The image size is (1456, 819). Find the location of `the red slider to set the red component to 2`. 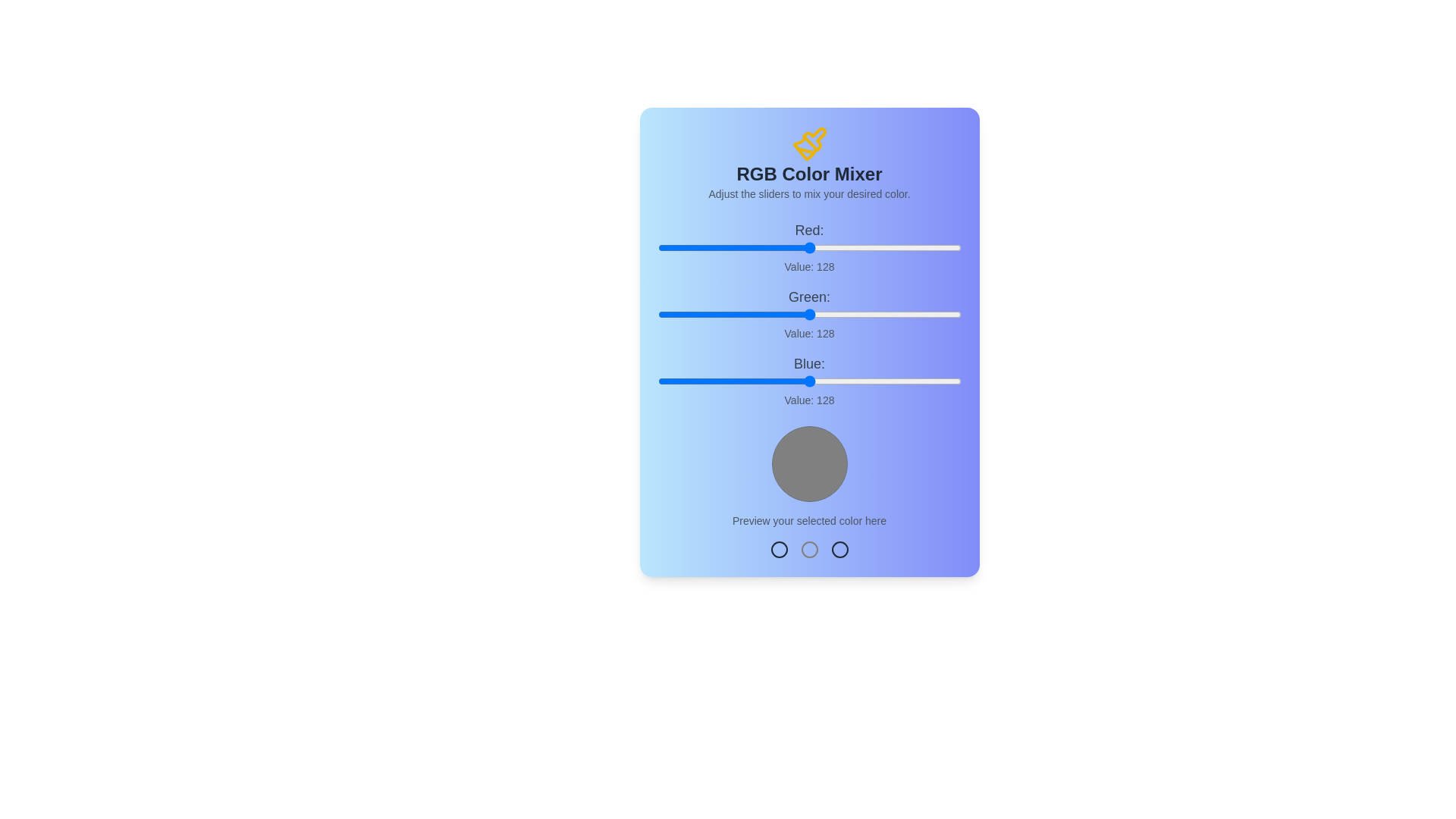

the red slider to set the red component to 2 is located at coordinates (660, 247).